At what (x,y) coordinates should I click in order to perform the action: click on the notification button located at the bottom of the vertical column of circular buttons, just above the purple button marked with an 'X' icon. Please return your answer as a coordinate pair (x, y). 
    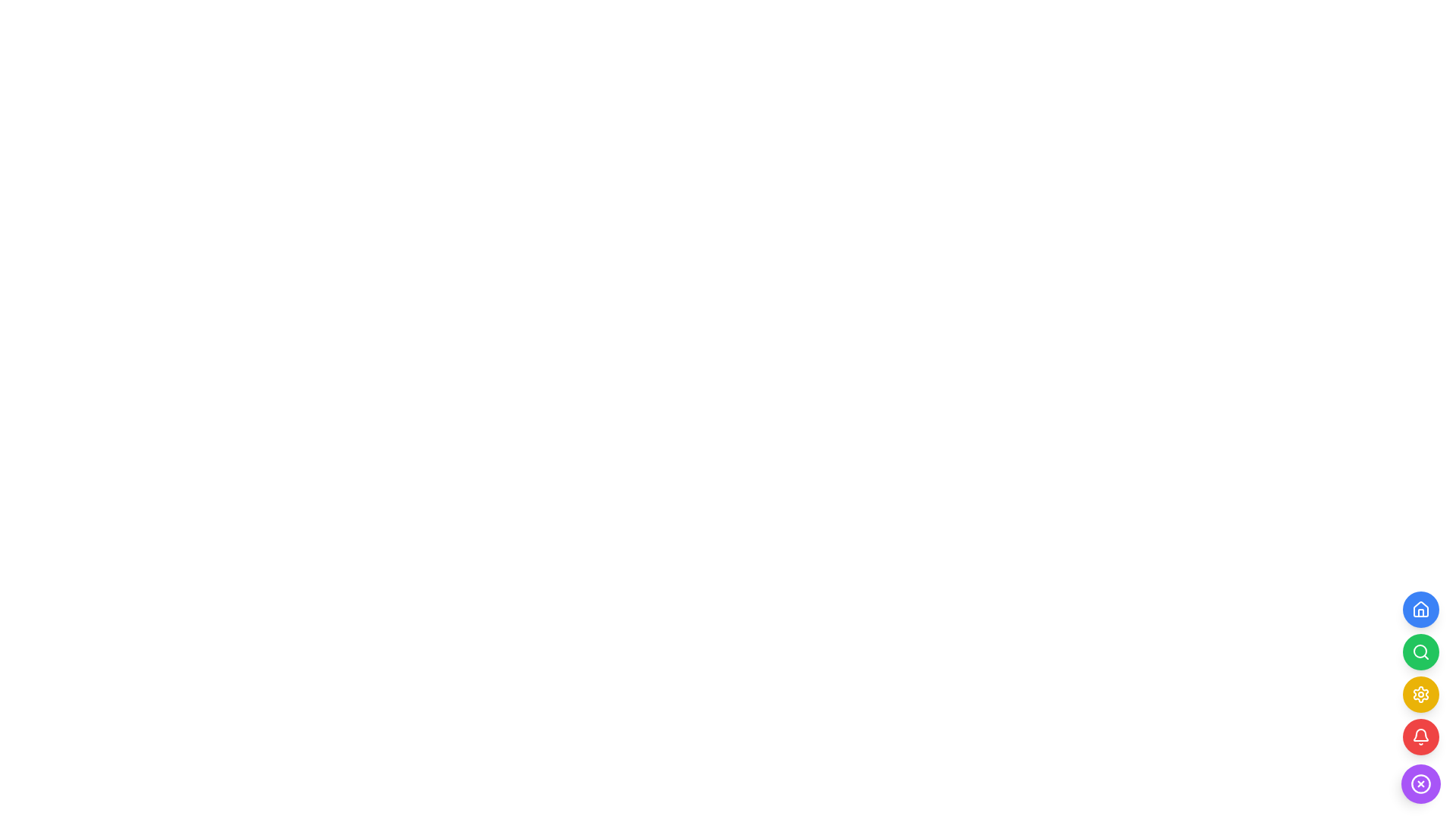
    Looking at the image, I should click on (1420, 736).